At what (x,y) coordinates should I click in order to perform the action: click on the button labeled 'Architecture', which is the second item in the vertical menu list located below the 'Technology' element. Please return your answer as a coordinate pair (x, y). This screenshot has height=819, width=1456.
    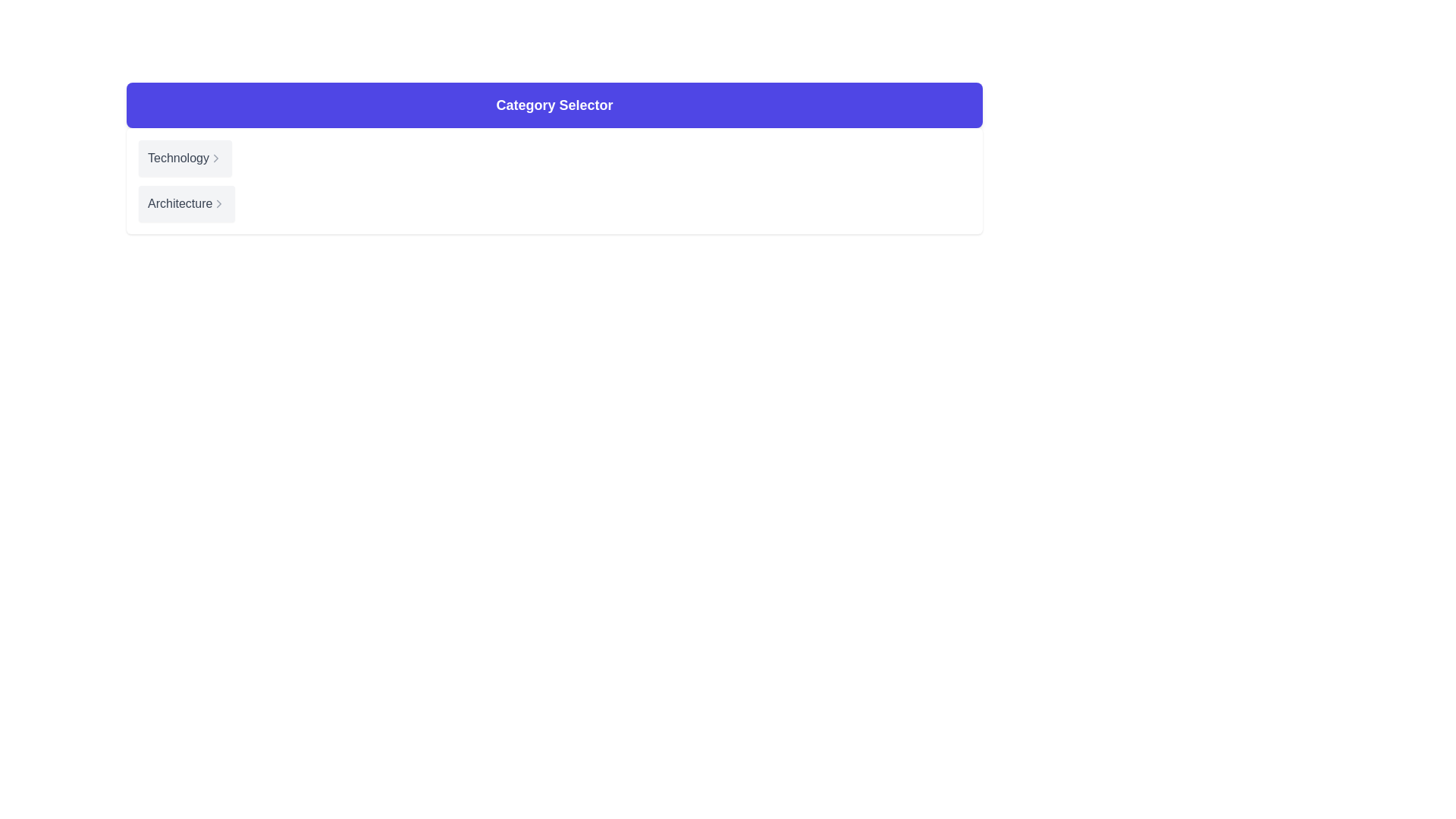
    Looking at the image, I should click on (186, 203).